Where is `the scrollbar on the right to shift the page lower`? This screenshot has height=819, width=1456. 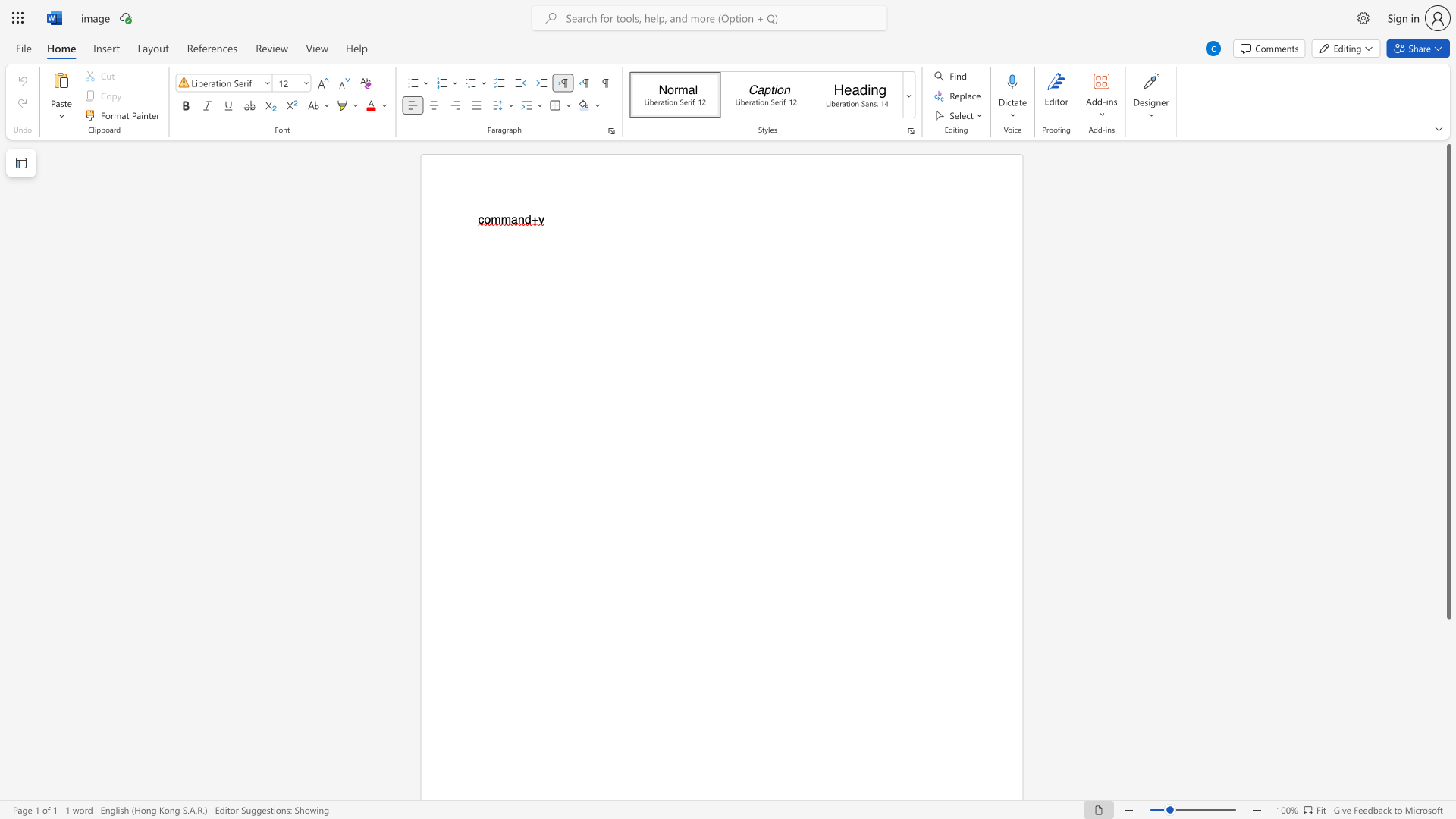 the scrollbar on the right to shift the page lower is located at coordinates (1448, 766).